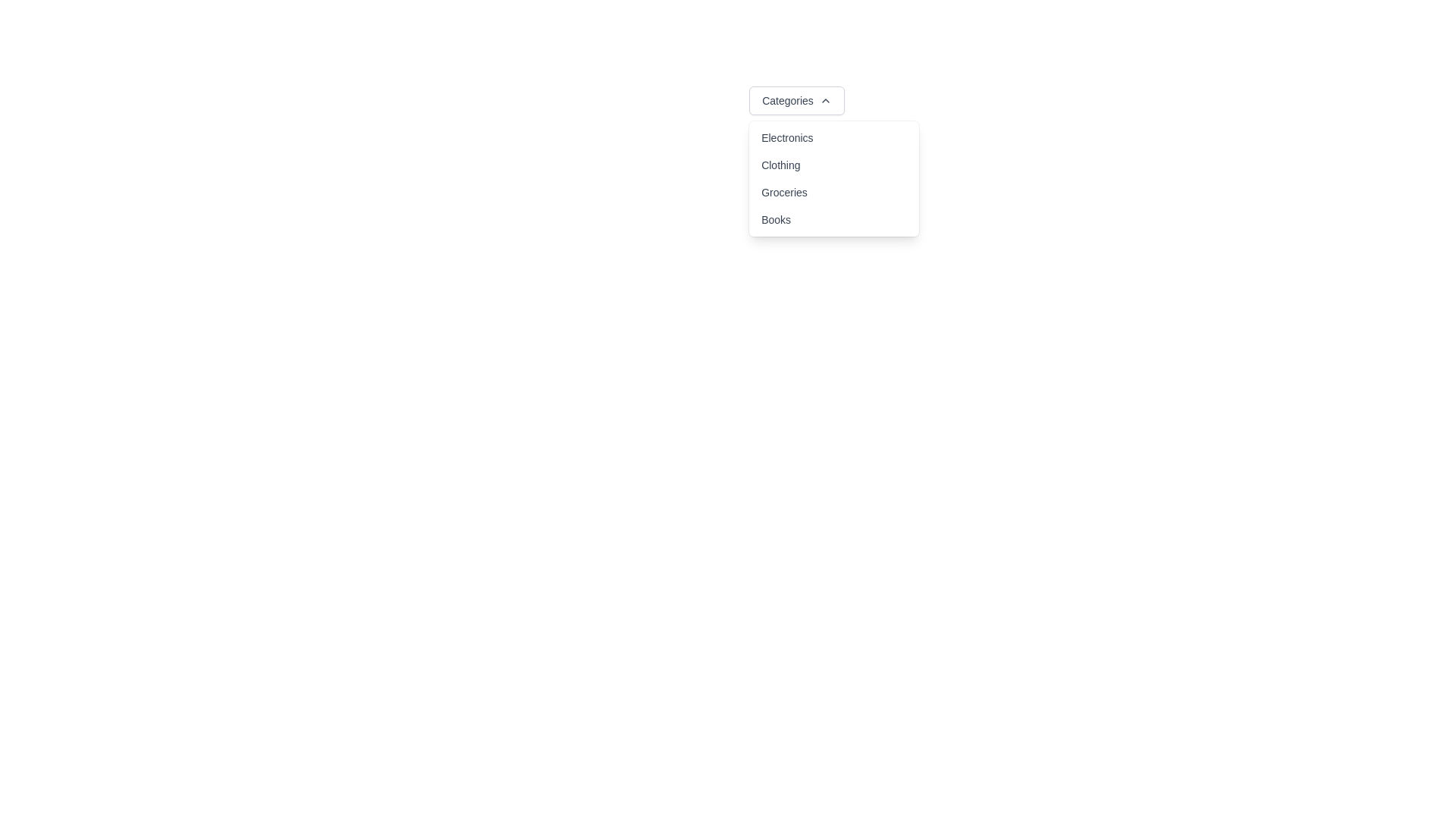 Image resolution: width=1456 pixels, height=819 pixels. Describe the element at coordinates (833, 137) in the screenshot. I see `the menu item labeled 'Electronics'` at that location.